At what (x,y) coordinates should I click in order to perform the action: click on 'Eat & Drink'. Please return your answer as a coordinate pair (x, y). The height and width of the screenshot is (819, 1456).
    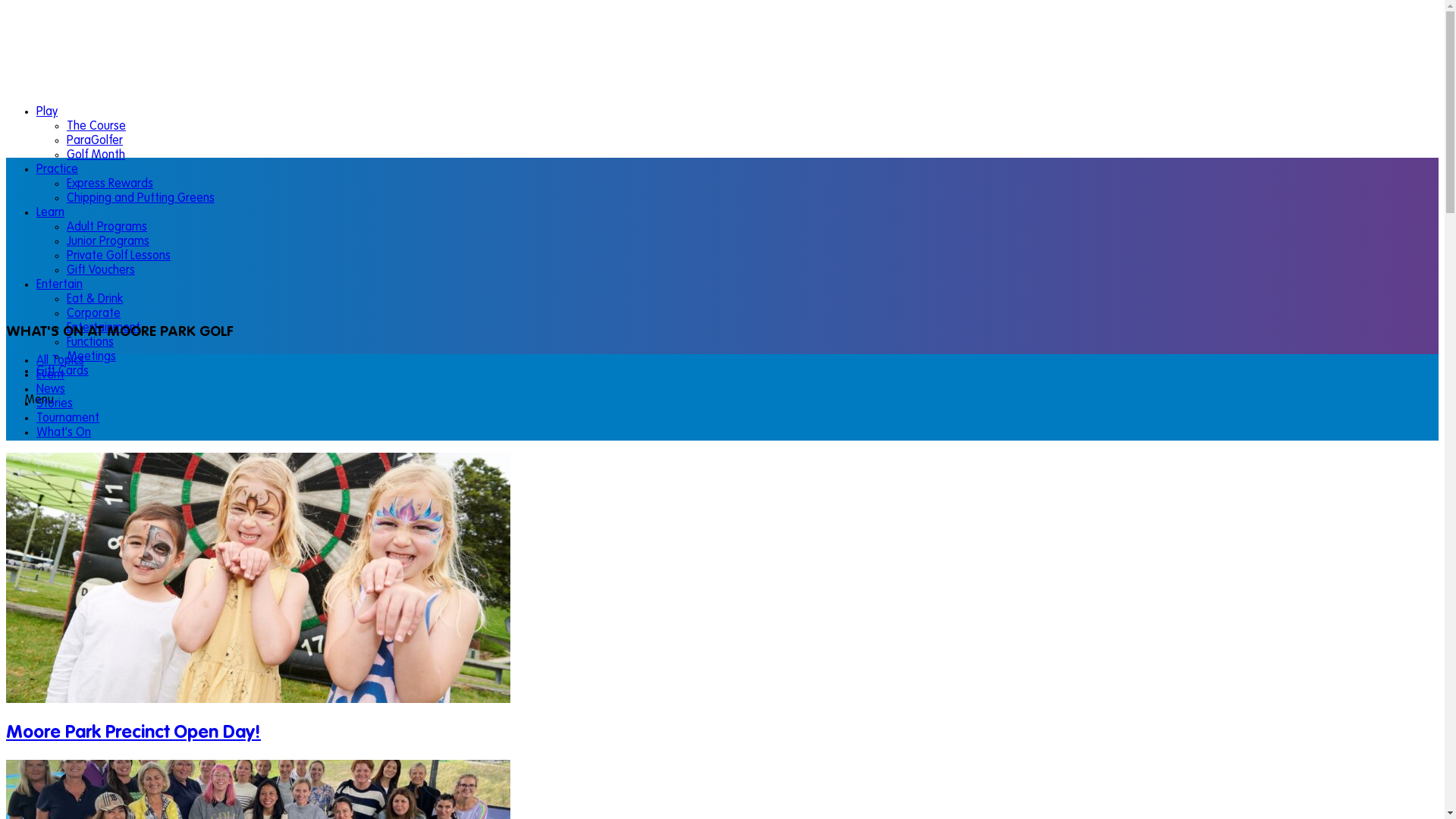
    Looking at the image, I should click on (93, 299).